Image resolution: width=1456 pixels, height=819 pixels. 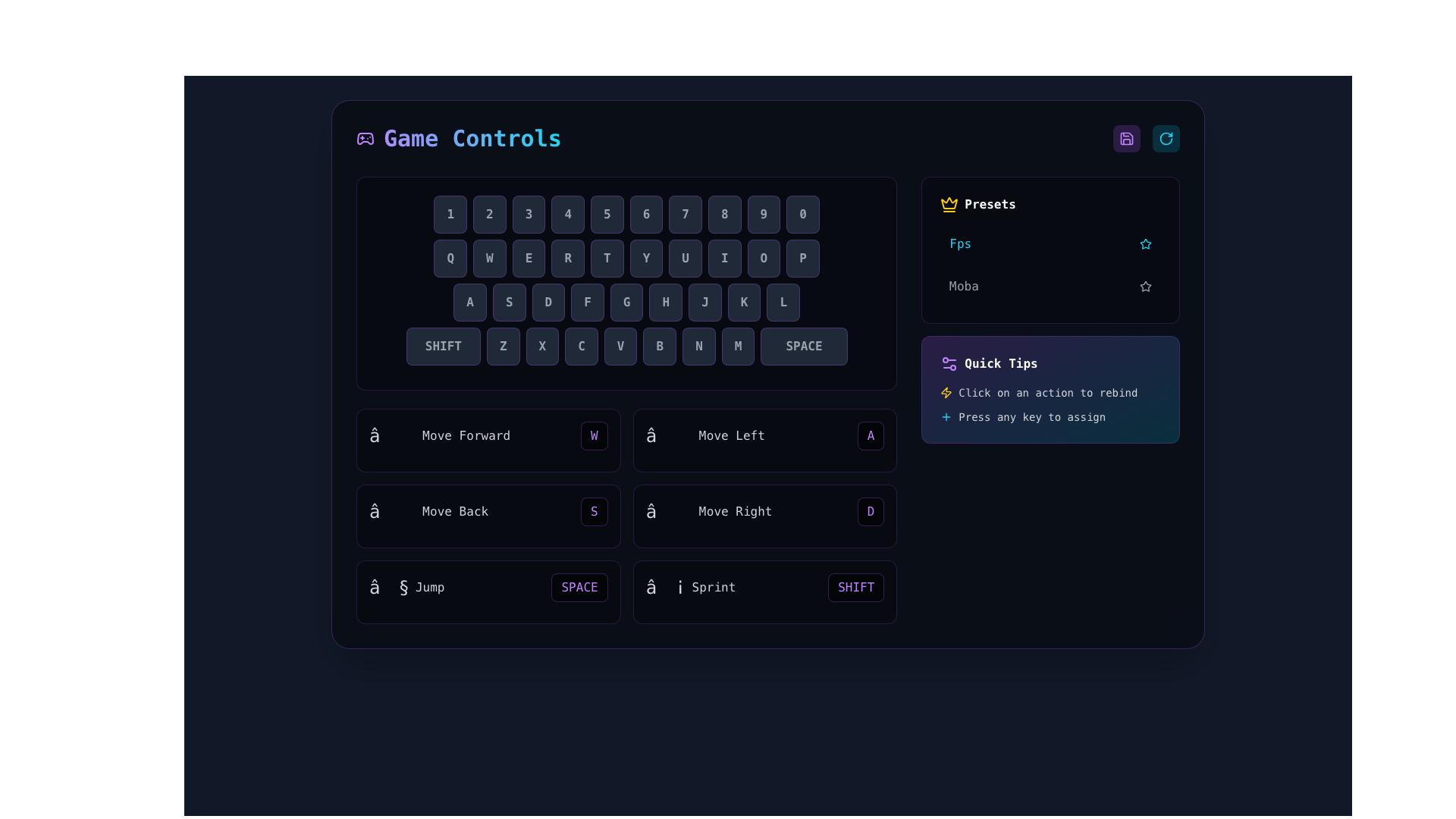 What do you see at coordinates (949, 205) in the screenshot?
I see `the crown icon that serves as a visual indicator for the 'Presets' section, located to the far left of the section and adjacent to the 'Presets' label` at bounding box center [949, 205].